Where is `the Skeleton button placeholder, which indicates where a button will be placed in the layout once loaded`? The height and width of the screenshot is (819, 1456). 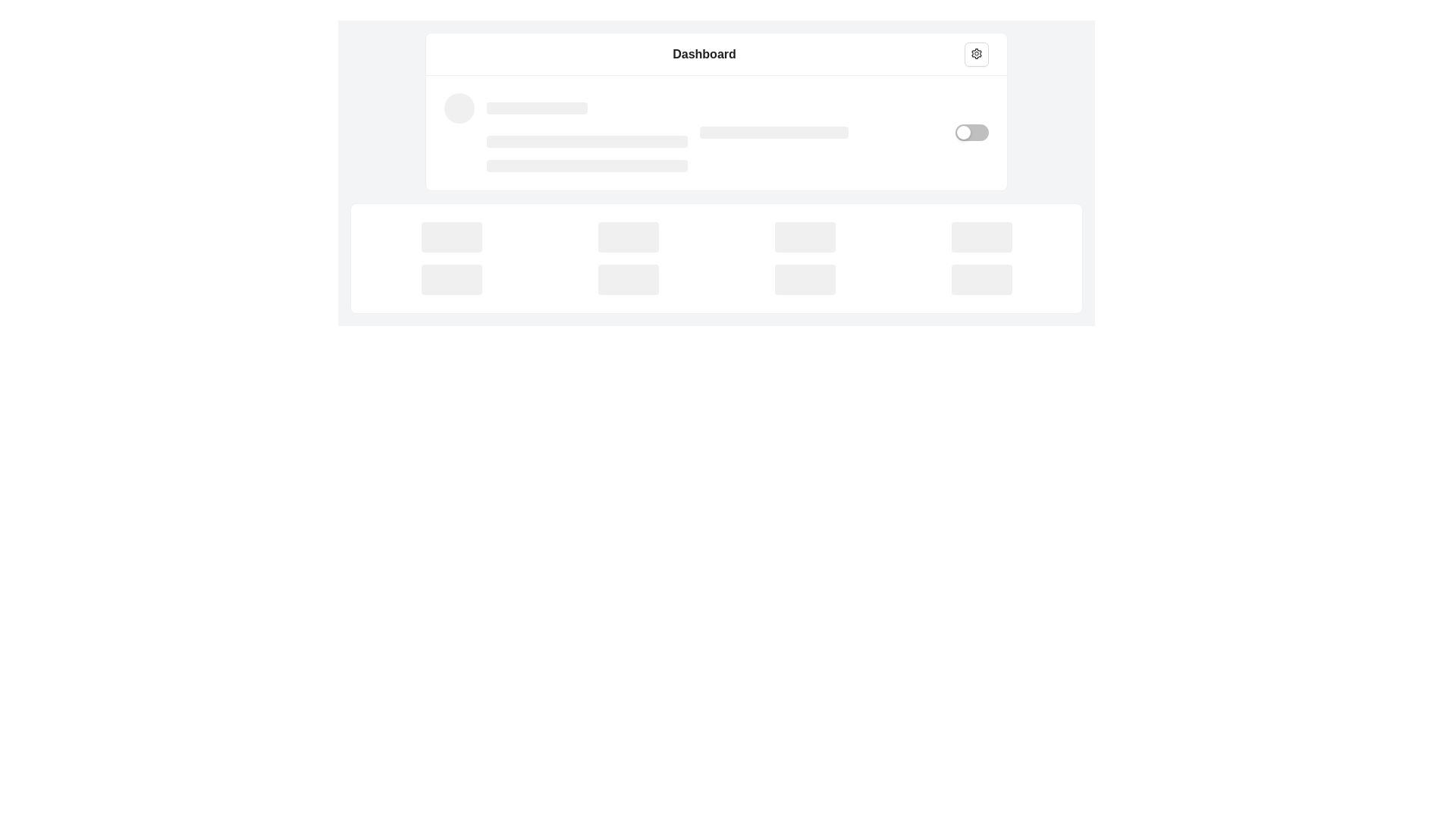
the Skeleton button placeholder, which indicates where a button will be placed in the layout once loaded is located at coordinates (450, 237).